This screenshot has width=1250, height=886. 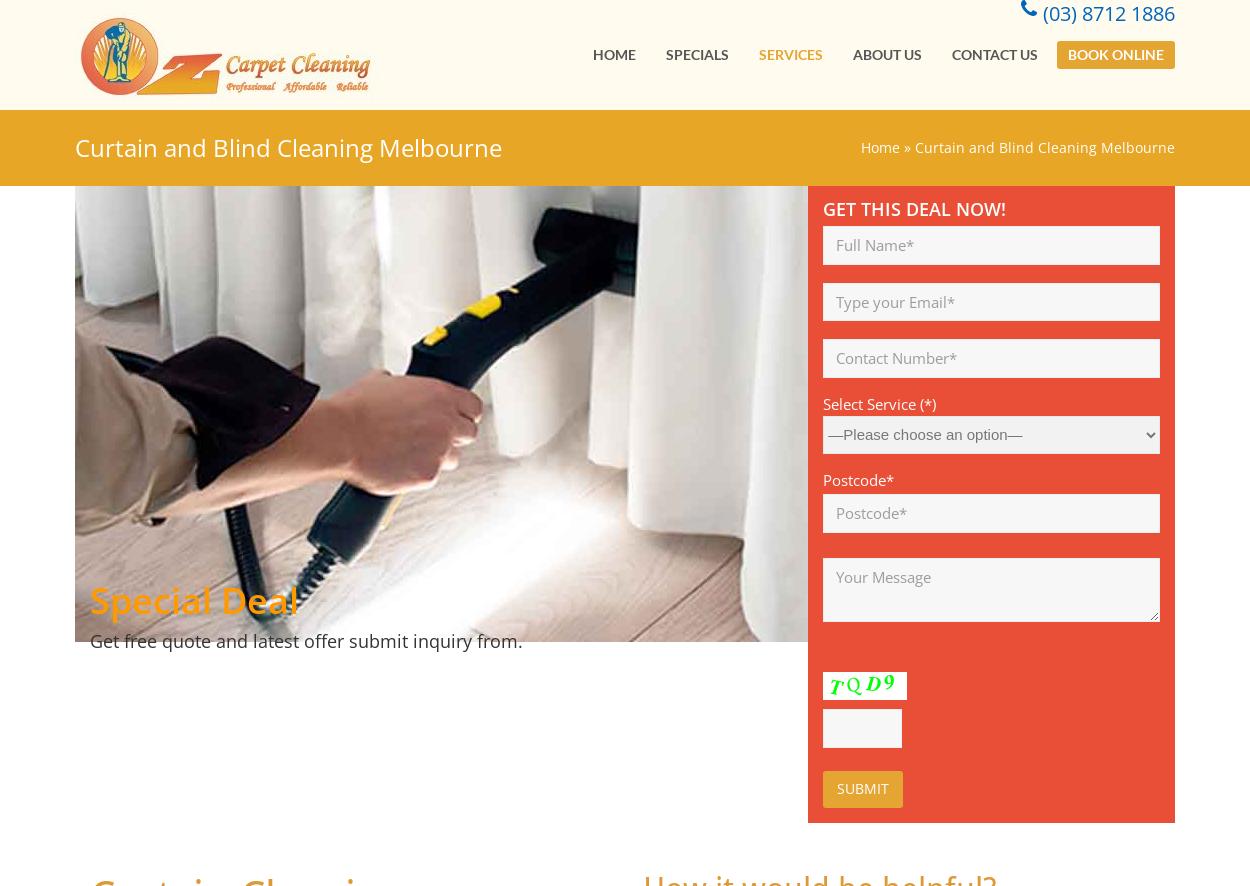 I want to click on 'Book Online', so click(x=1115, y=53).